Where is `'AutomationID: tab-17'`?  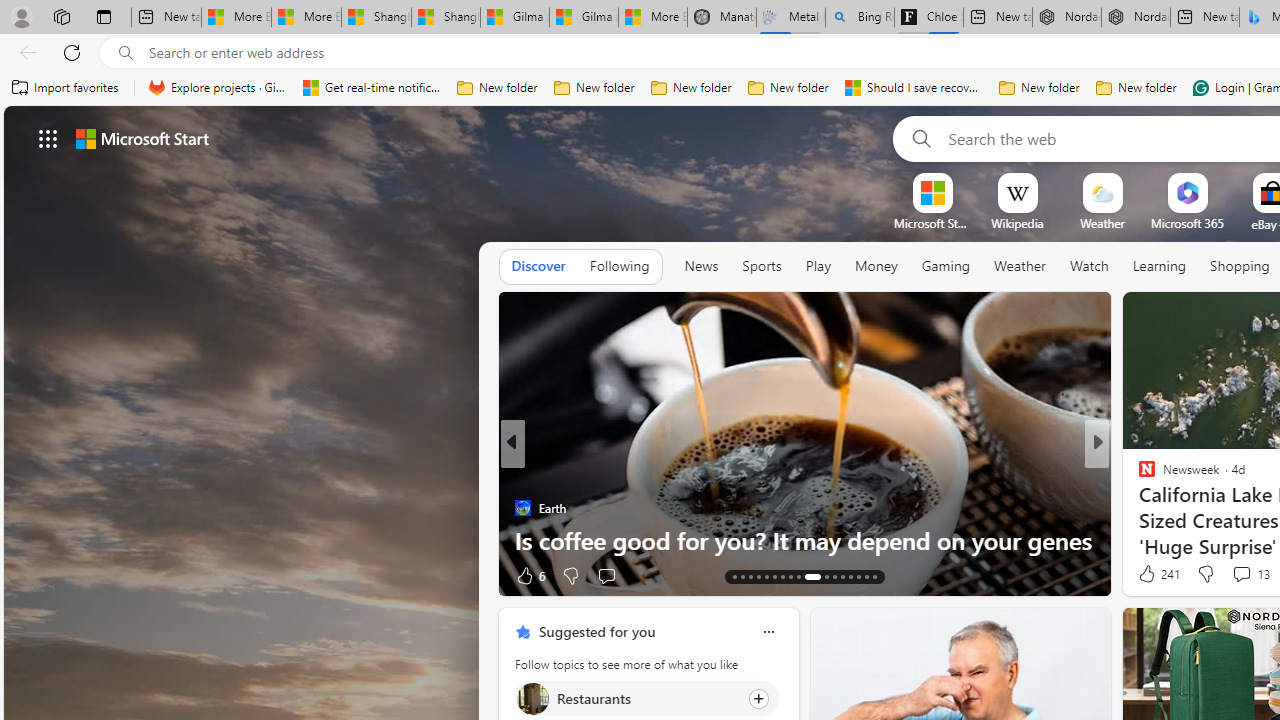
'AutomationID: tab-17' is located at coordinates (765, 577).